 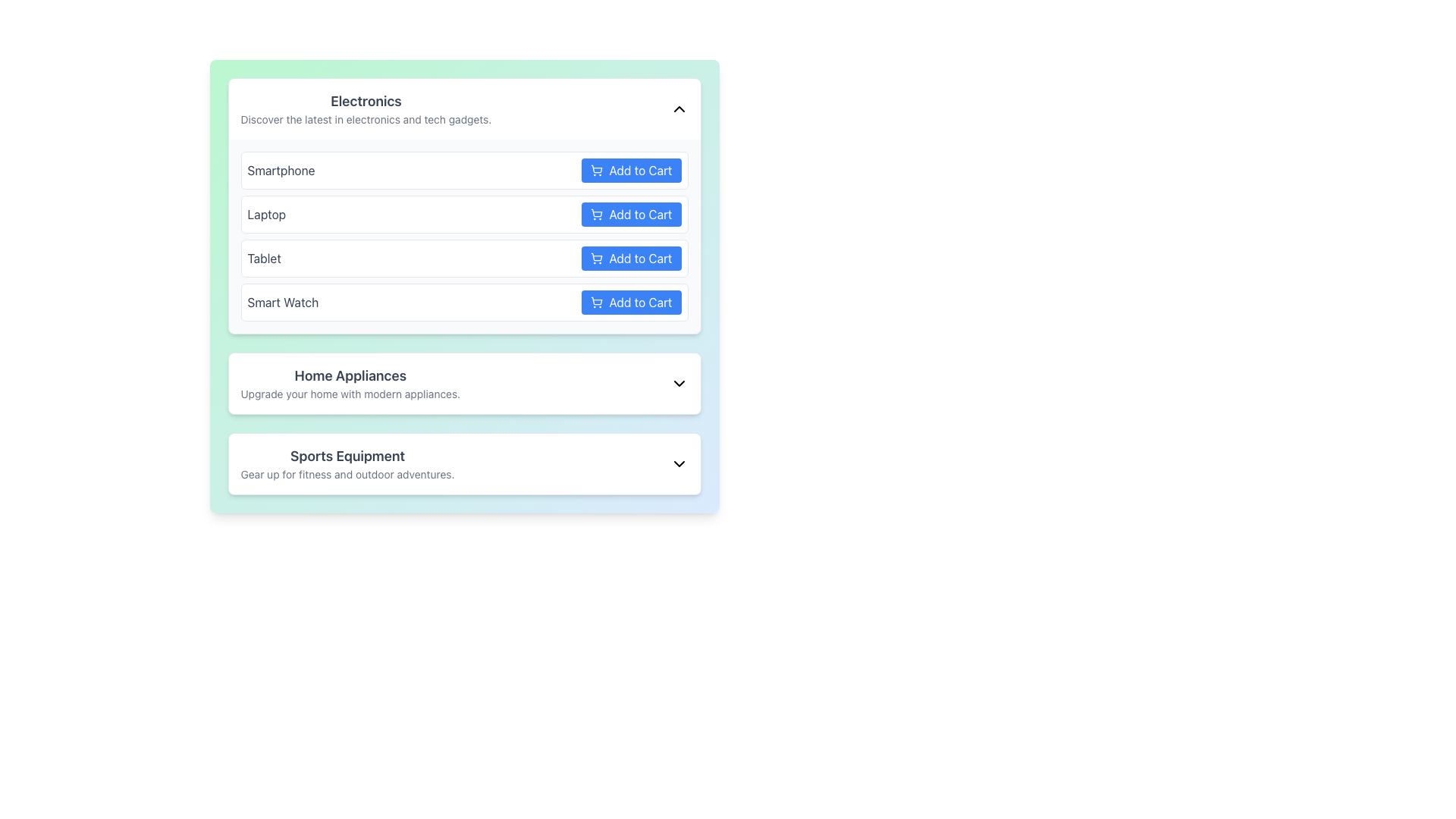 What do you see at coordinates (596, 302) in the screenshot?
I see `the leftmost icon inside the 'Add to Cart' button for the 'Smart Watch' in the 'Electronics' section, which indicates adding an item to the cart` at bounding box center [596, 302].